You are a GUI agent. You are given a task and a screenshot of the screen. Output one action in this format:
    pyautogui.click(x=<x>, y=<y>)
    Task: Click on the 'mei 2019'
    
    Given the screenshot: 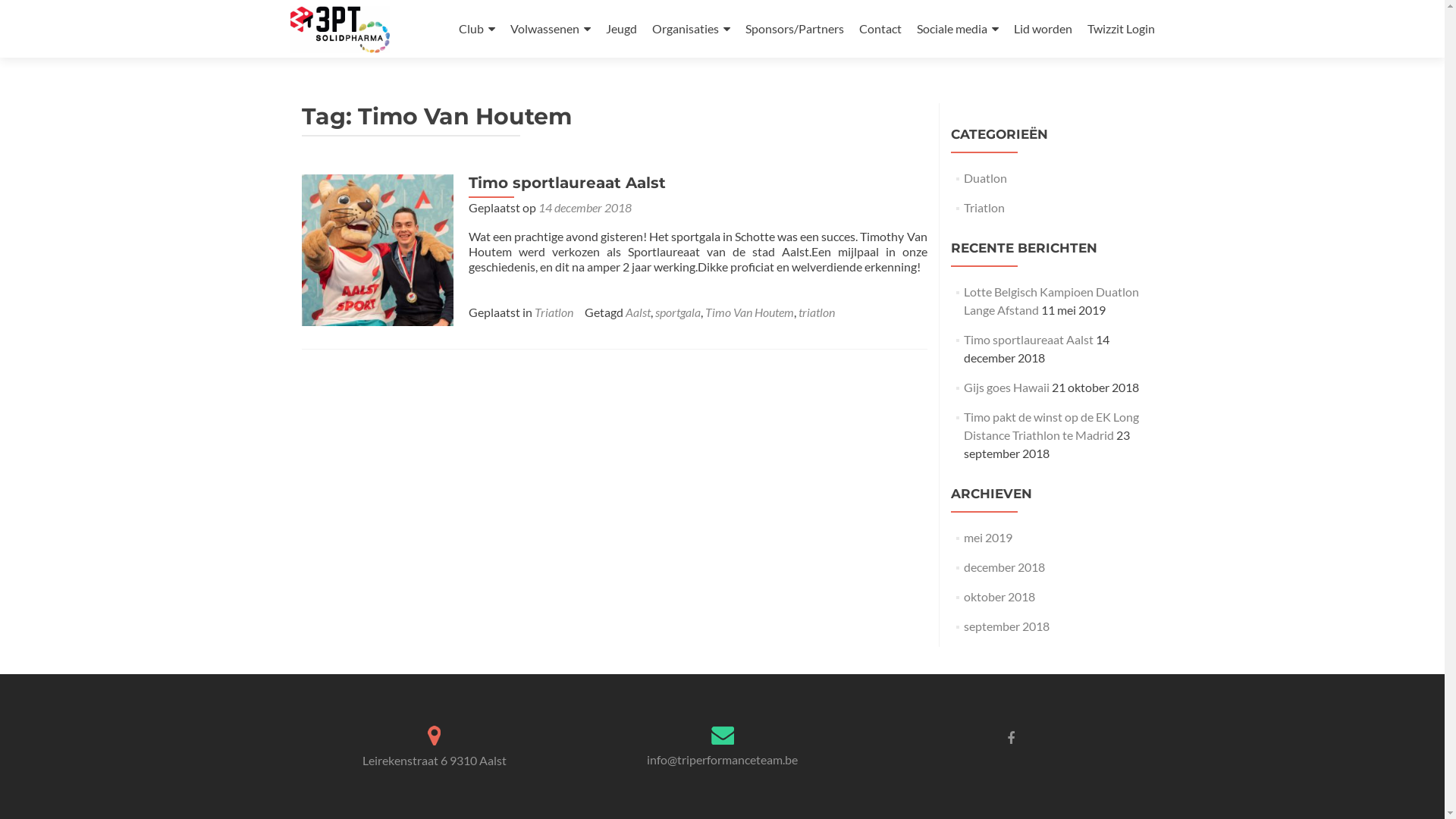 What is the action you would take?
    pyautogui.click(x=987, y=536)
    